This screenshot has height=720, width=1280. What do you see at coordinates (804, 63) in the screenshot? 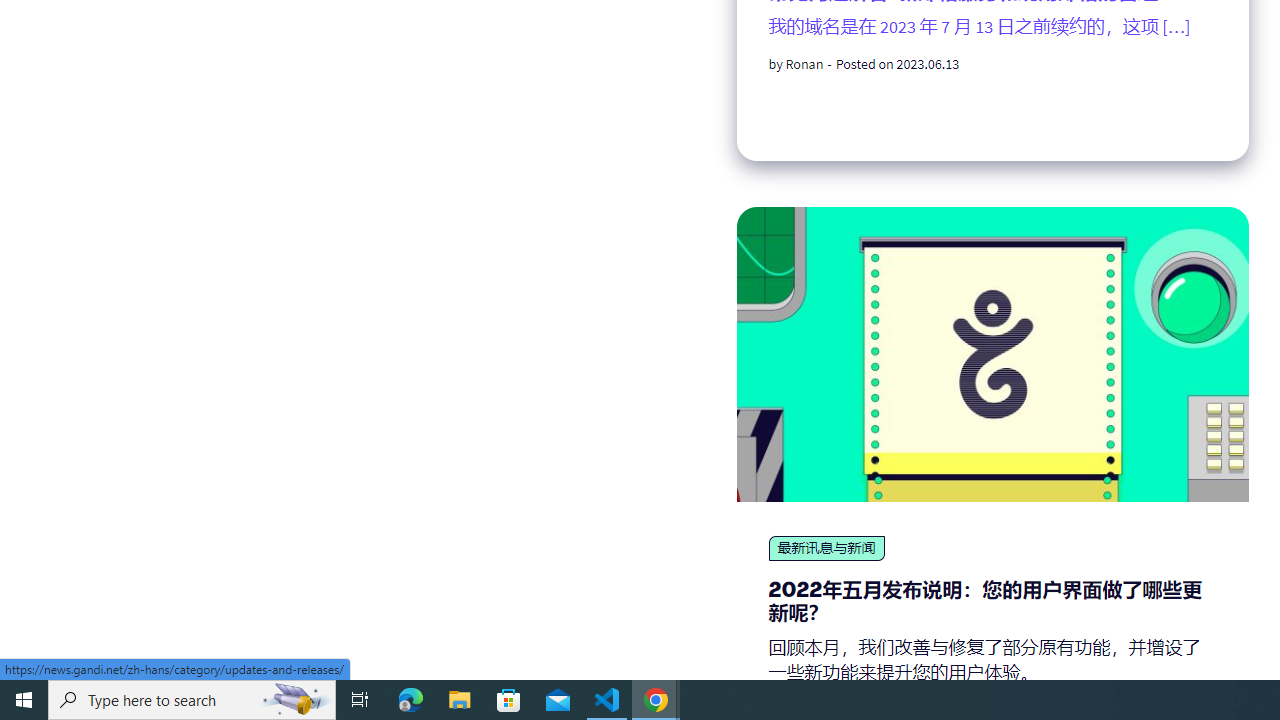
I see `'Ronan'` at bounding box center [804, 63].